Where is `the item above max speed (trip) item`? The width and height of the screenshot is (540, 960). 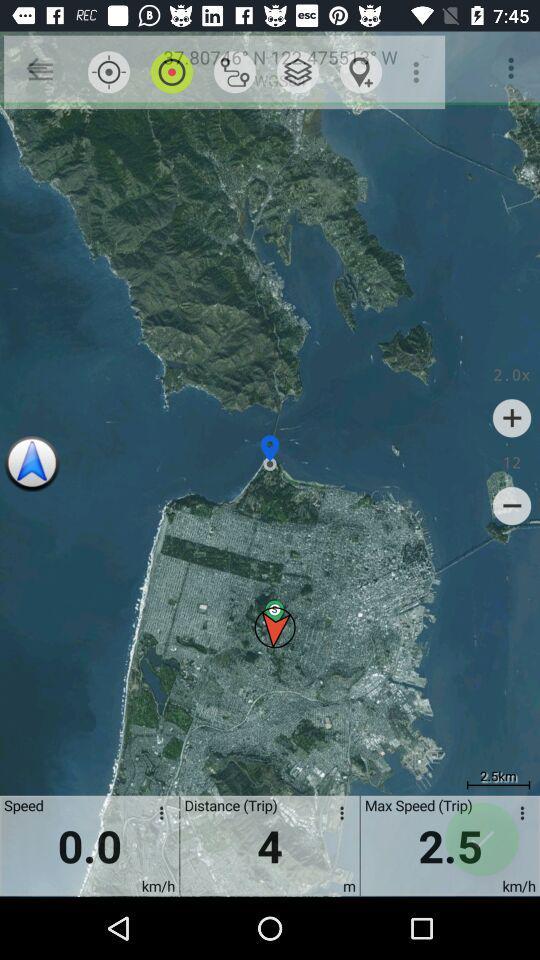 the item above max speed (trip) item is located at coordinates (417, 72).